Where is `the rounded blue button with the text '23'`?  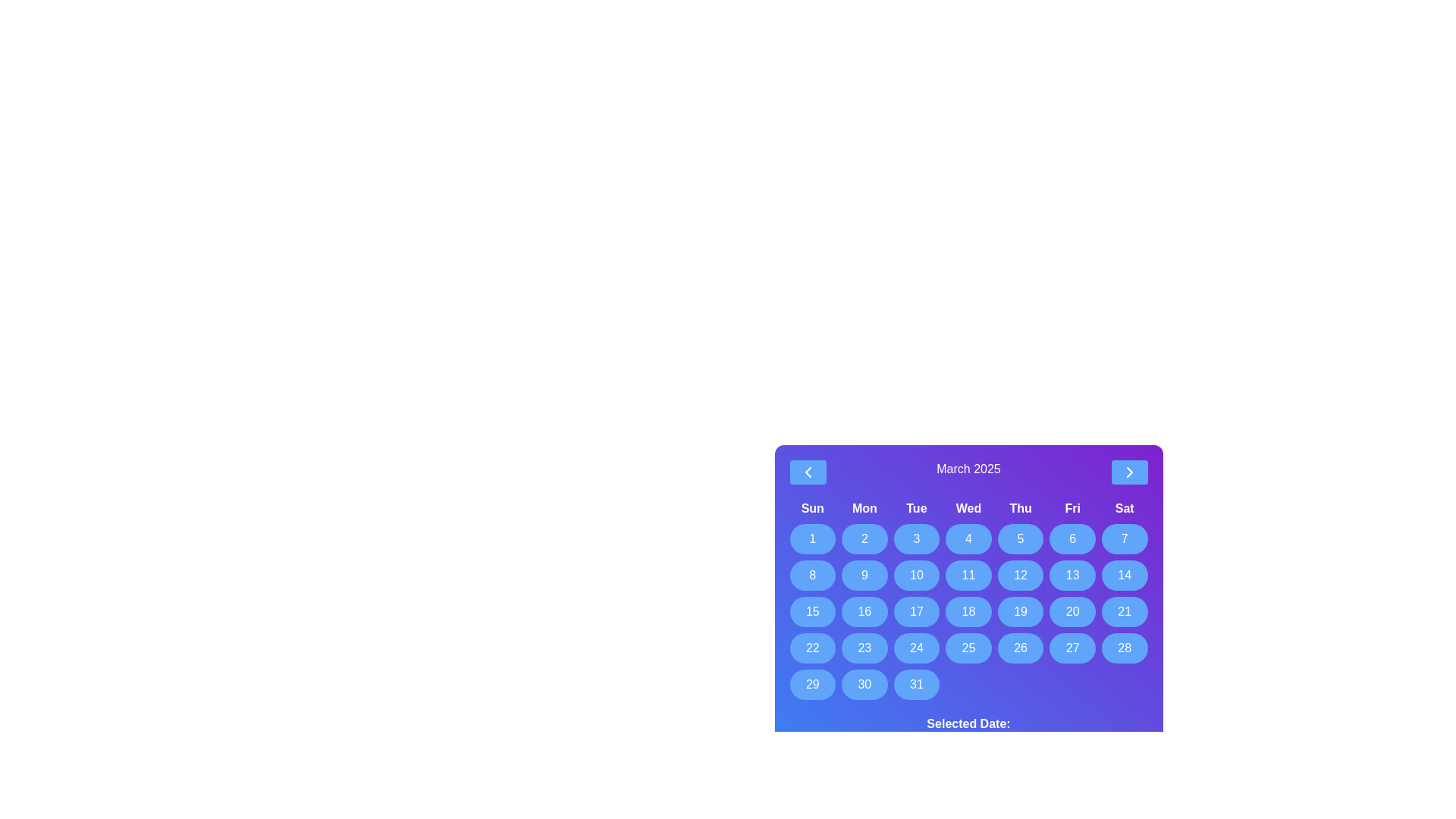 the rounded blue button with the text '23' is located at coordinates (864, 648).